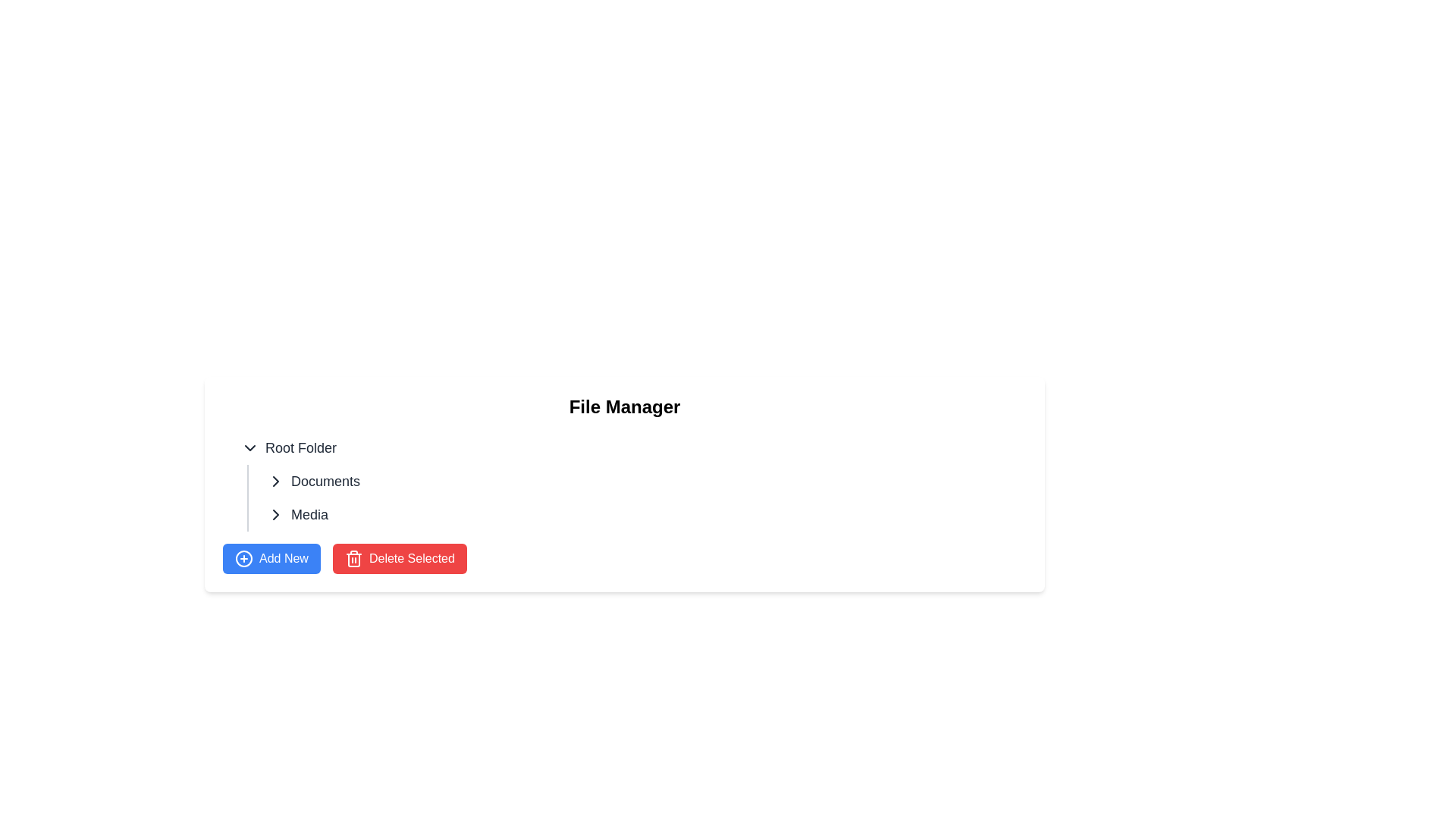 This screenshot has height=819, width=1456. I want to click on the trashcan icon inside the 'Delete Selected' button, which has a red background and white text, so click(353, 558).